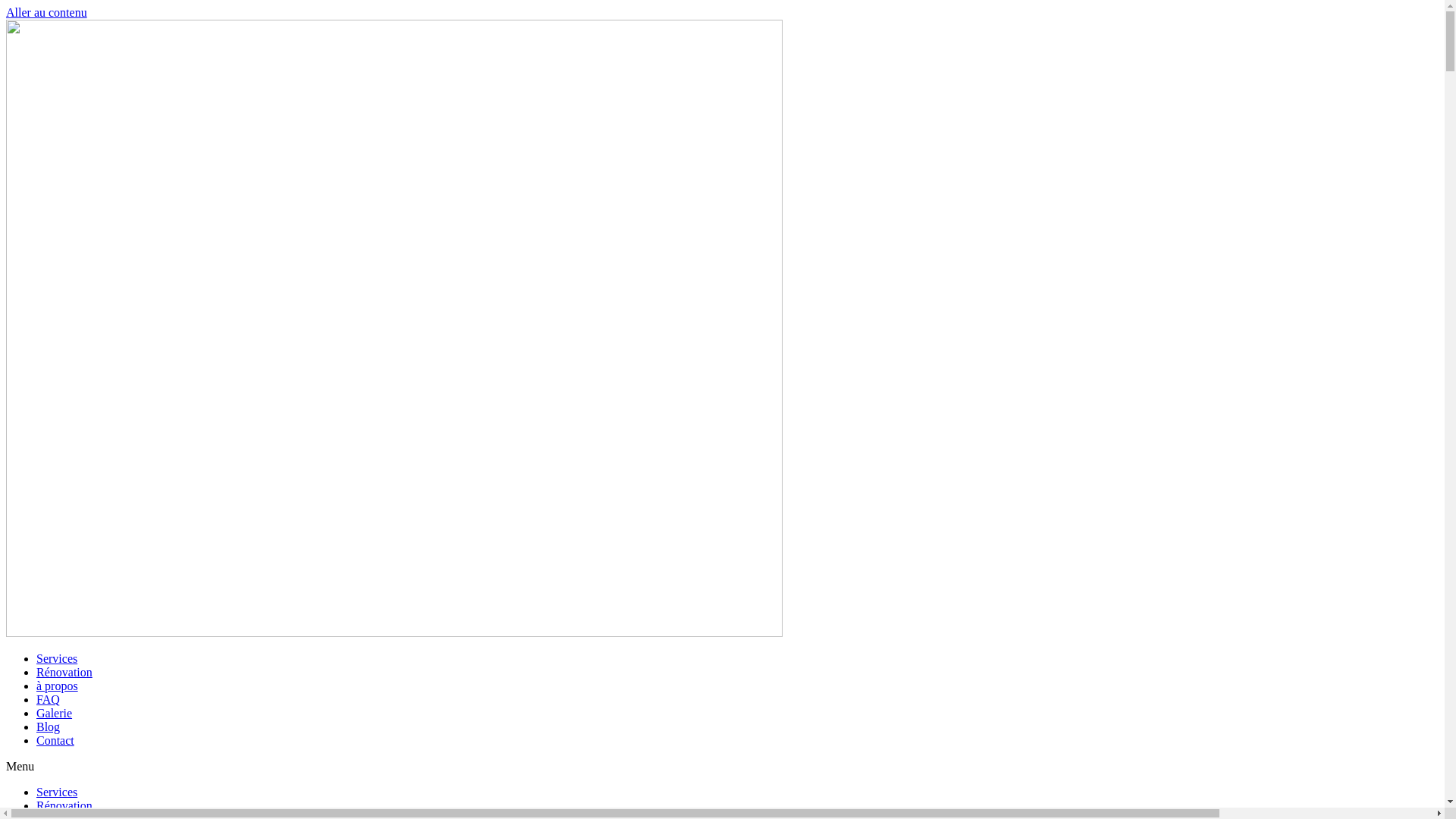 The image size is (1456, 819). I want to click on 'Galerie', so click(54, 713).